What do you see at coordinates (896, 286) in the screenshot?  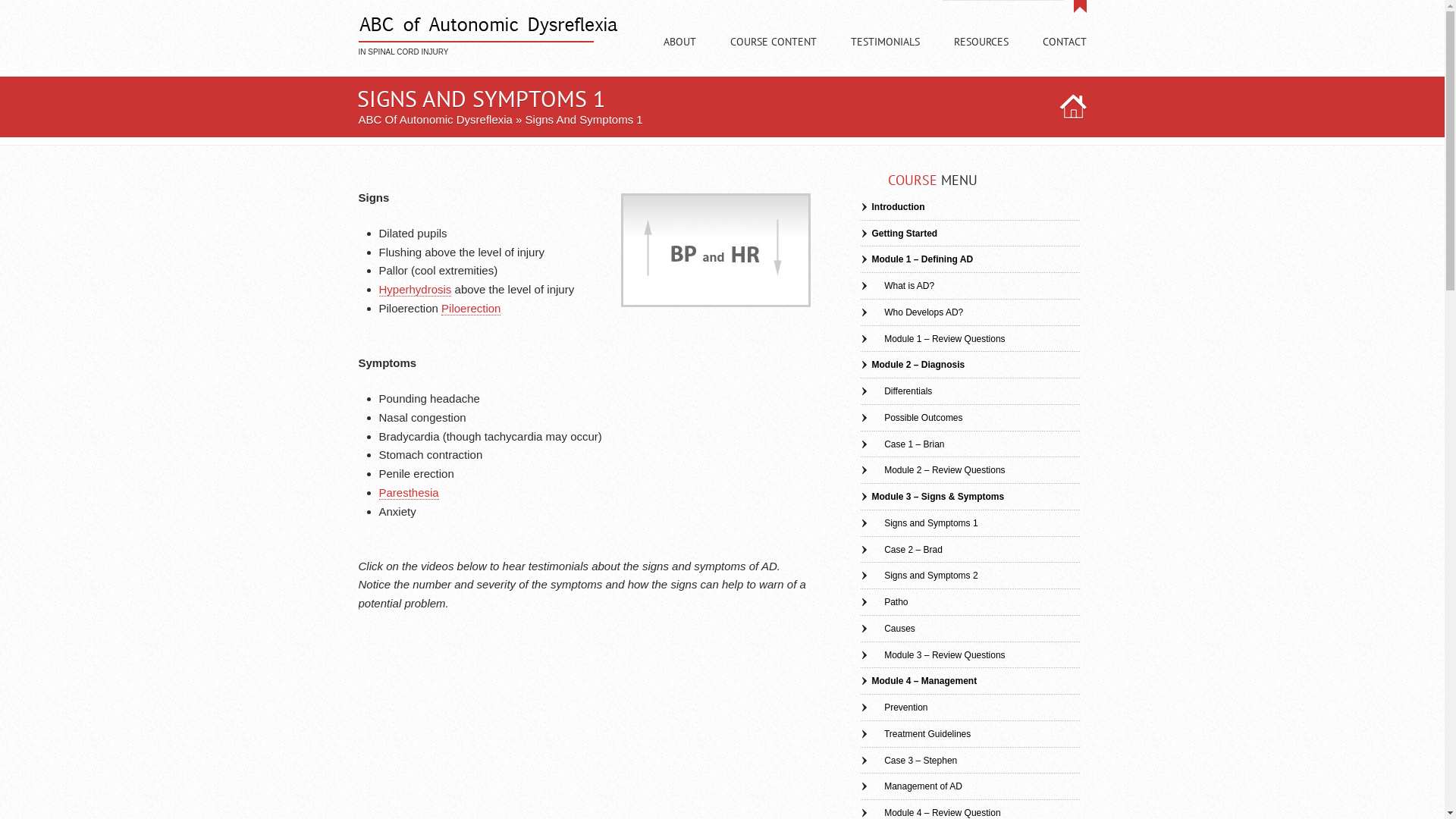 I see `'     What is AD?'` at bounding box center [896, 286].